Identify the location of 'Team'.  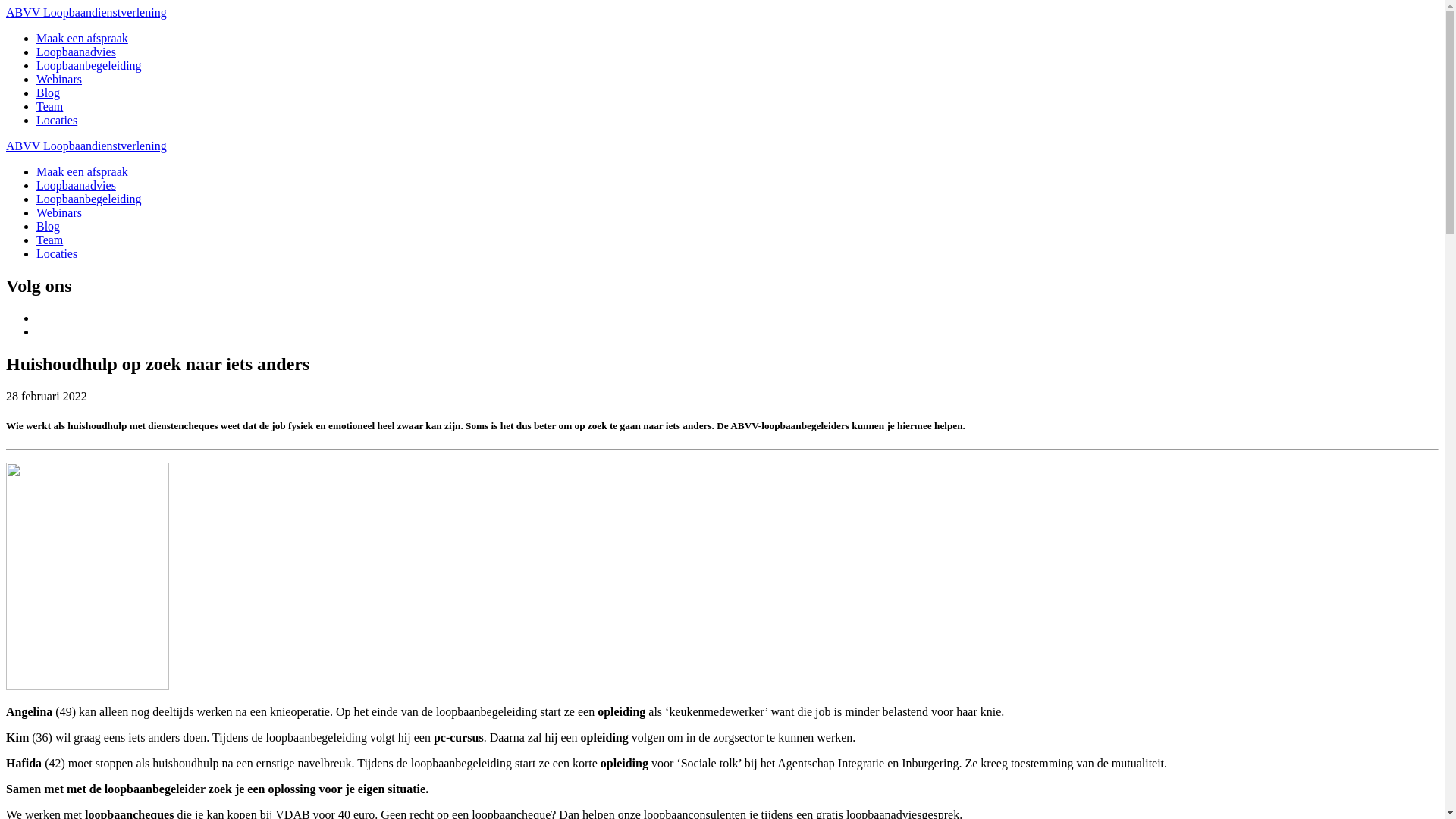
(49, 105).